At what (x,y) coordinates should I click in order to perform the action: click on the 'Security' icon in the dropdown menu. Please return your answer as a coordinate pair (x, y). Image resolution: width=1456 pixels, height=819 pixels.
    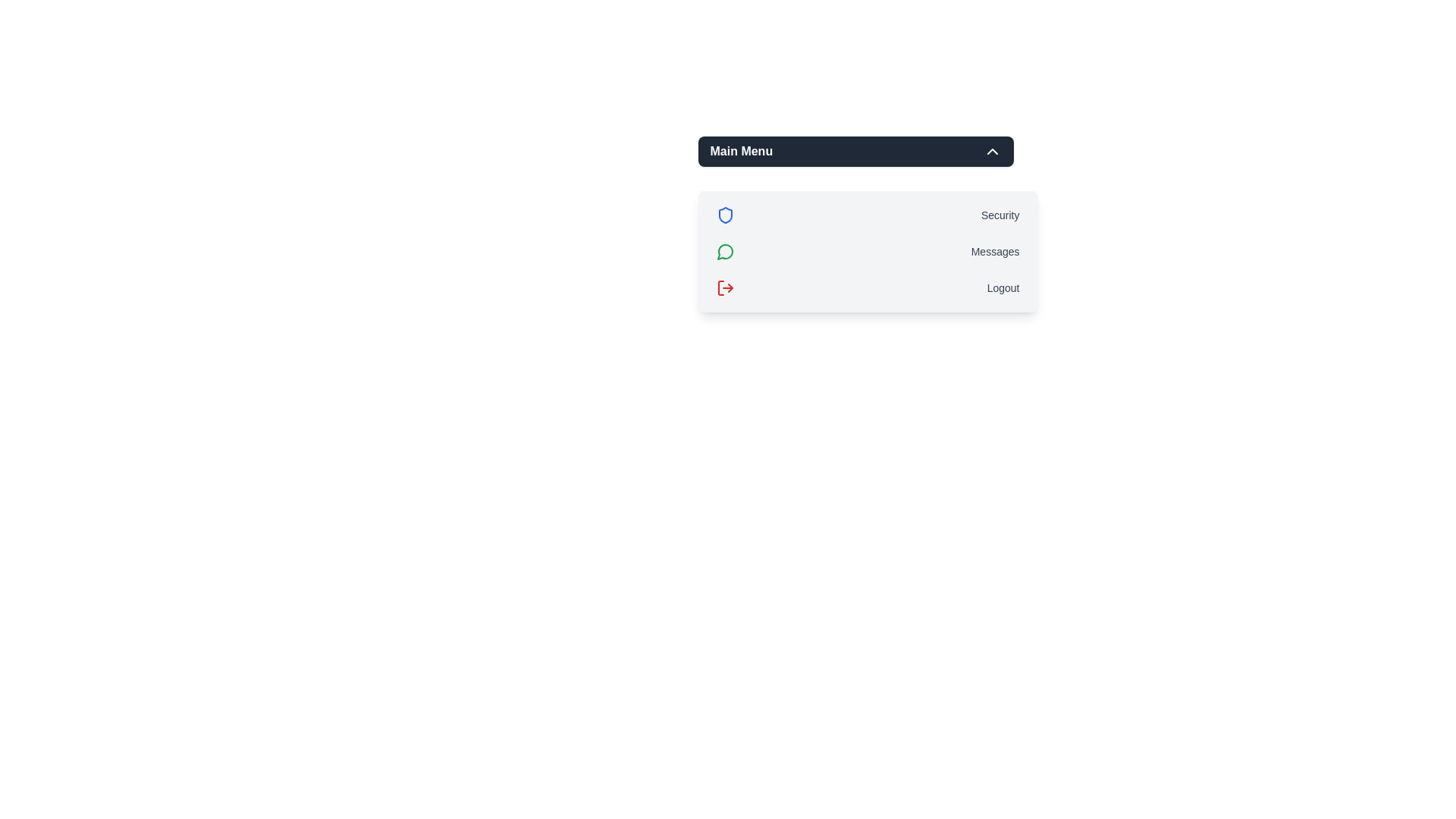
    Looking at the image, I should click on (724, 215).